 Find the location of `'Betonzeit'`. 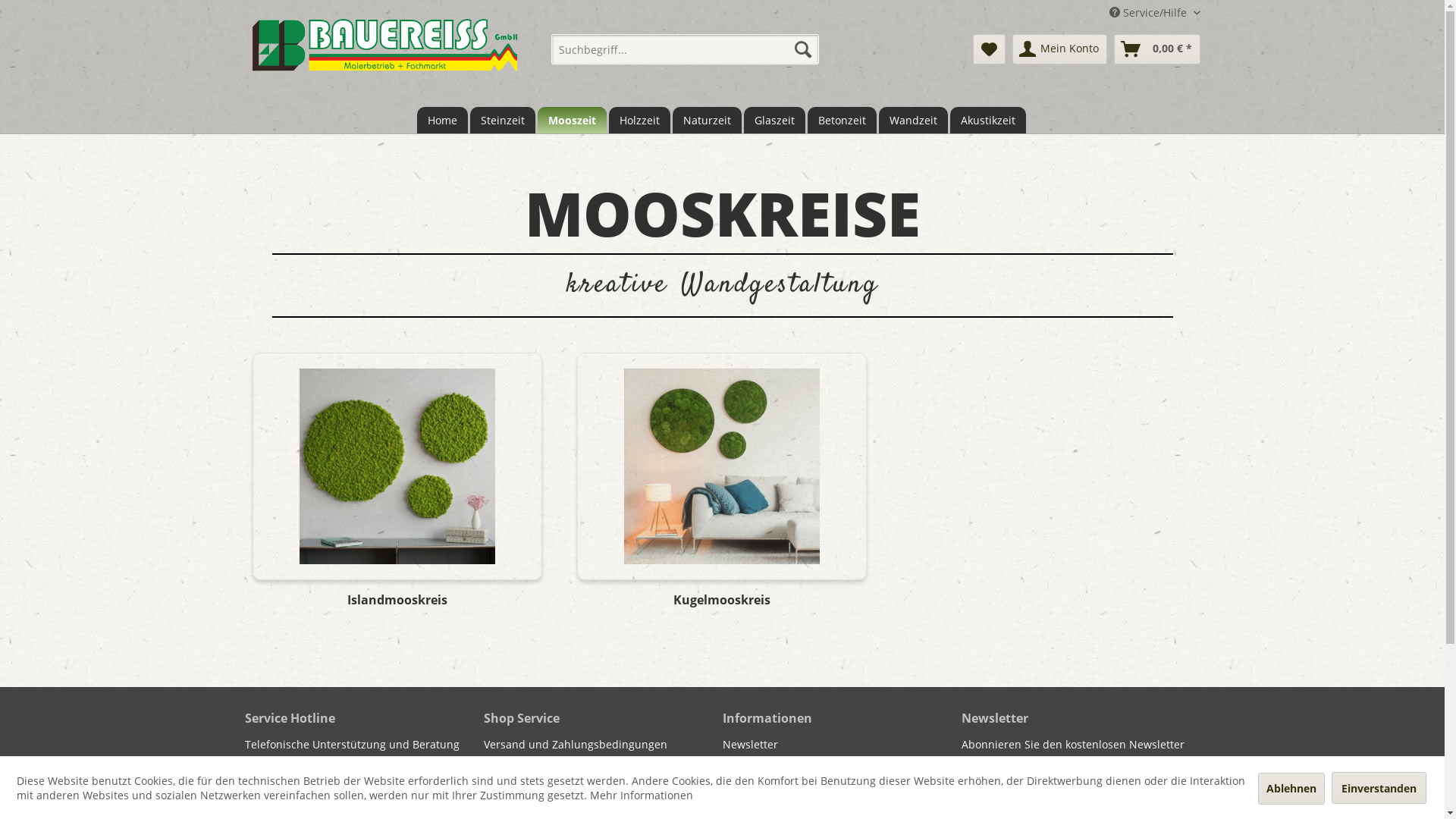

'Betonzeit' is located at coordinates (806, 119).